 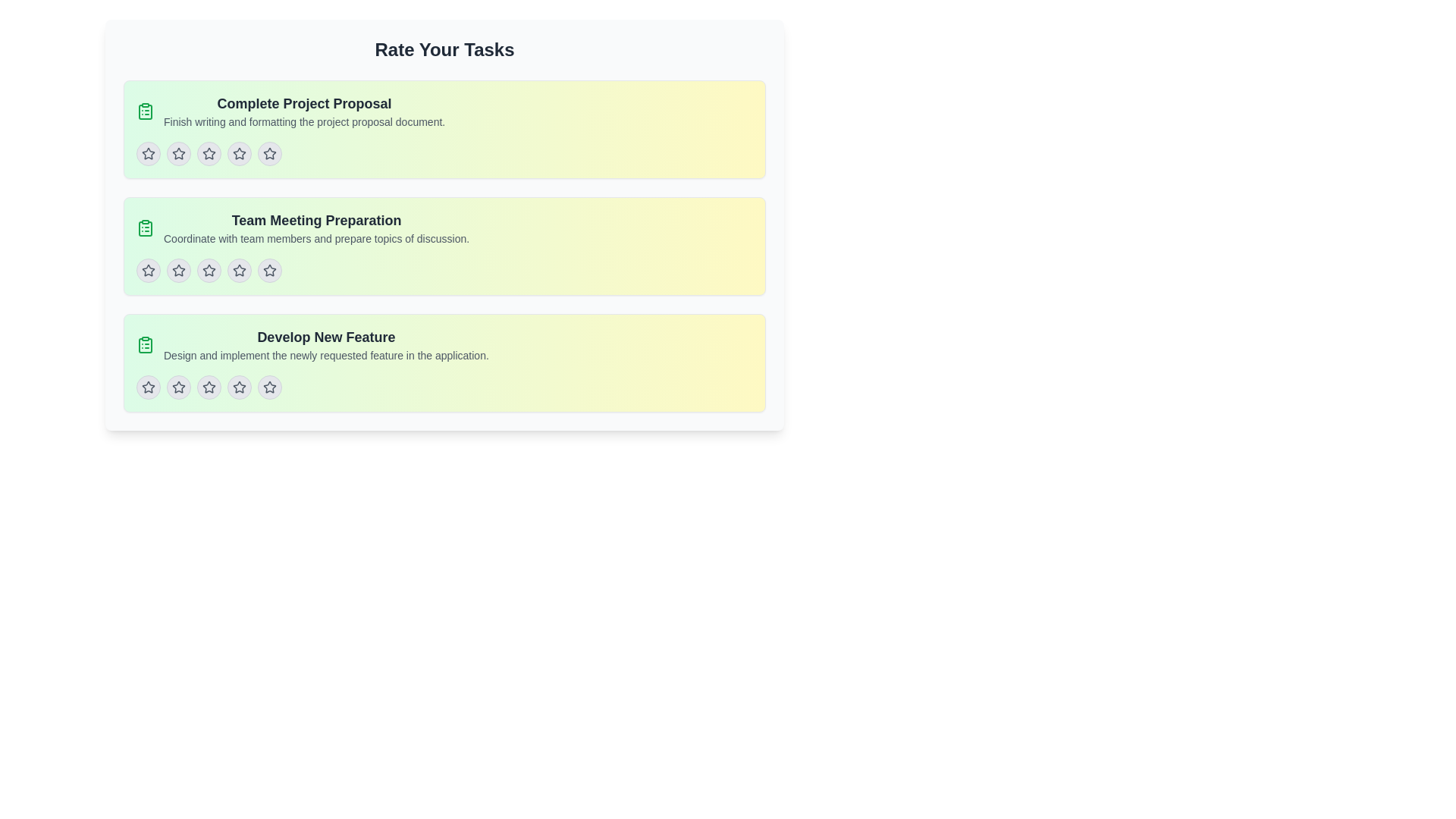 I want to click on the first star icon for rating located, so click(x=149, y=153).